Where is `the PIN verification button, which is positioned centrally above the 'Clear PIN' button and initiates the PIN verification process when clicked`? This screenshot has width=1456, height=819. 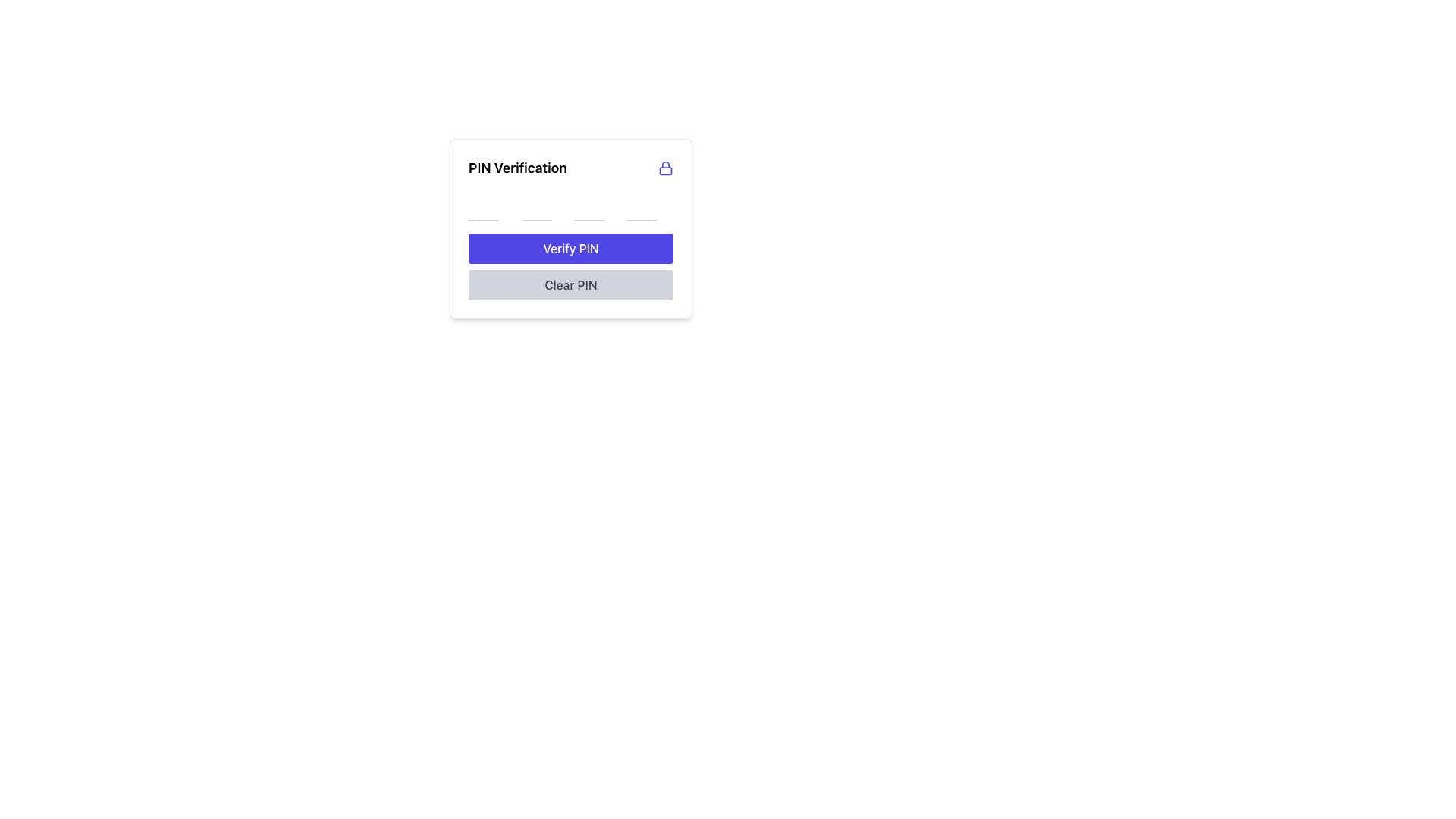
the PIN verification button, which is positioned centrally above the 'Clear PIN' button and initiates the PIN verification process when clicked is located at coordinates (570, 247).